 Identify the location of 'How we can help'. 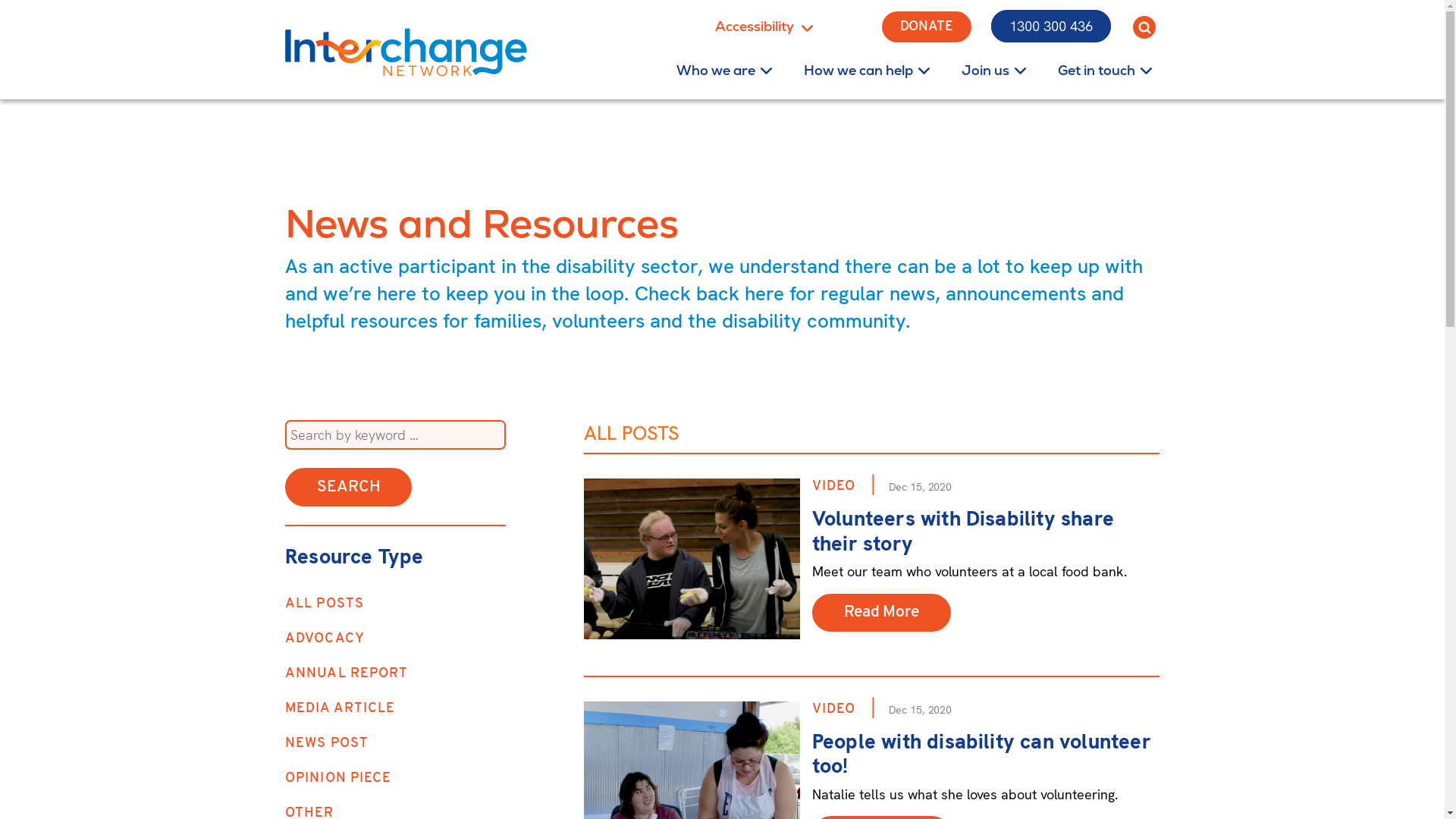
(858, 70).